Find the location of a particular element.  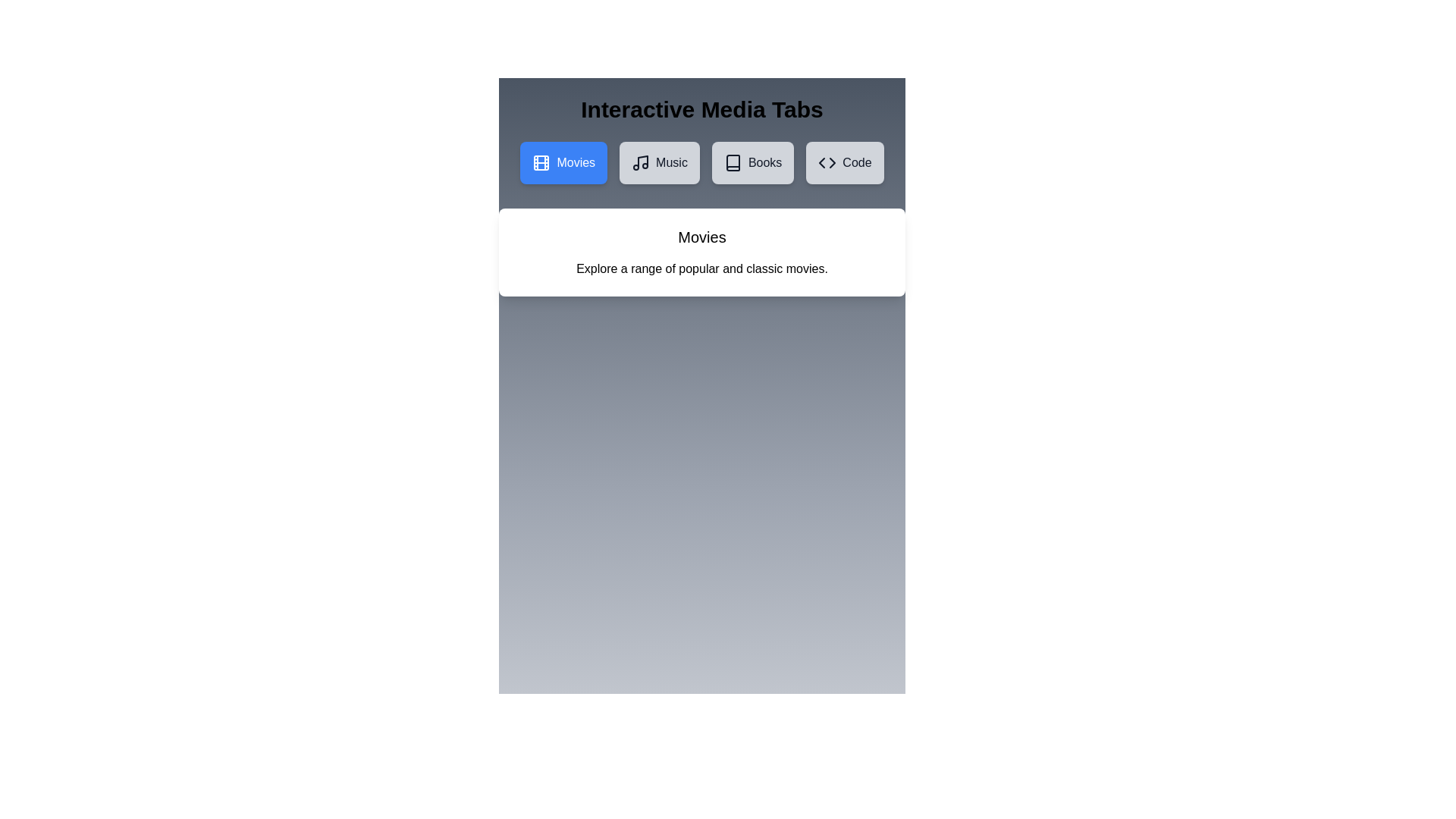

the Music tab by clicking the respective tab button is located at coordinates (659, 163).